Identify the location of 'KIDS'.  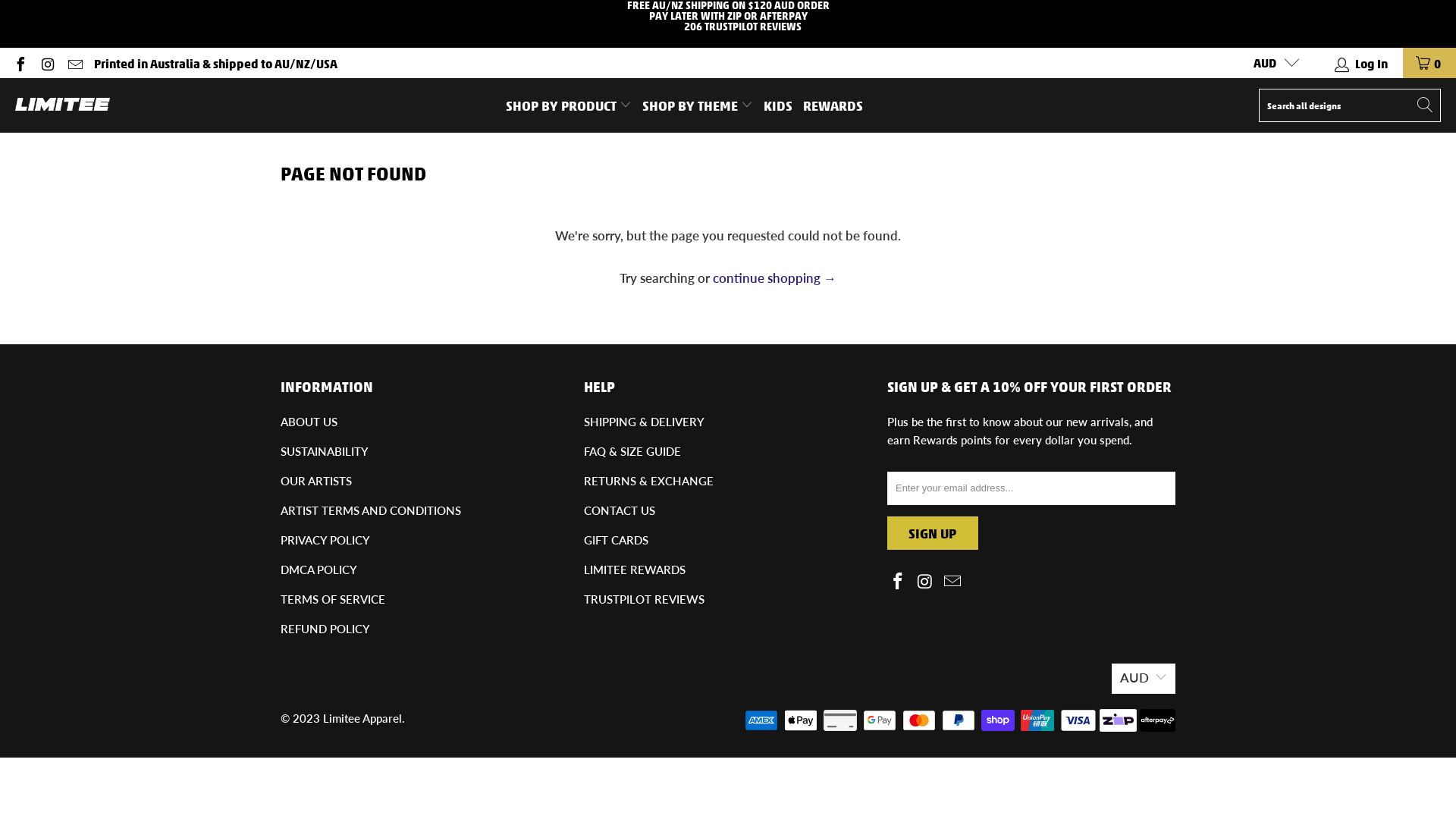
(778, 104).